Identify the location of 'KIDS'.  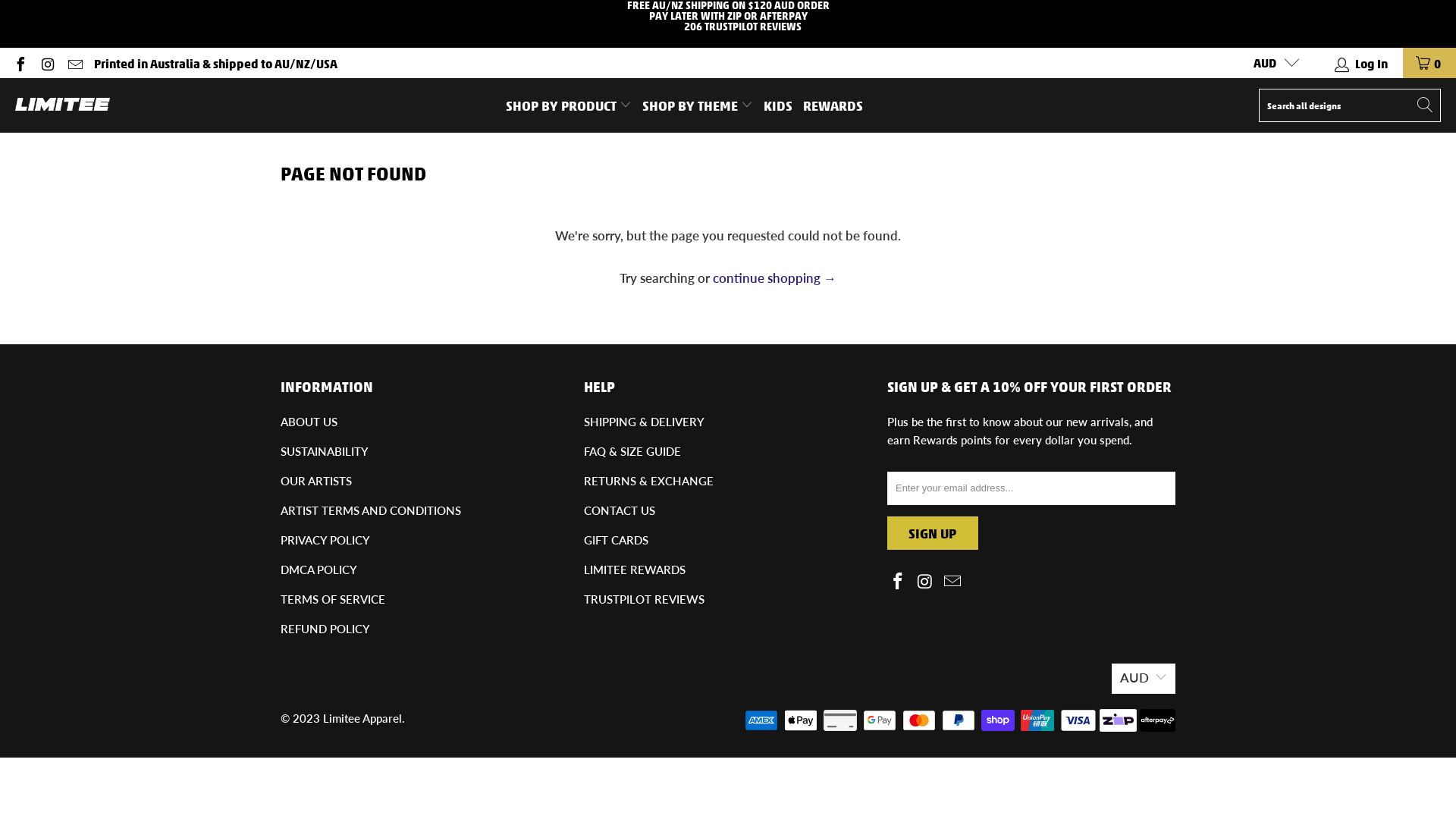
(778, 104).